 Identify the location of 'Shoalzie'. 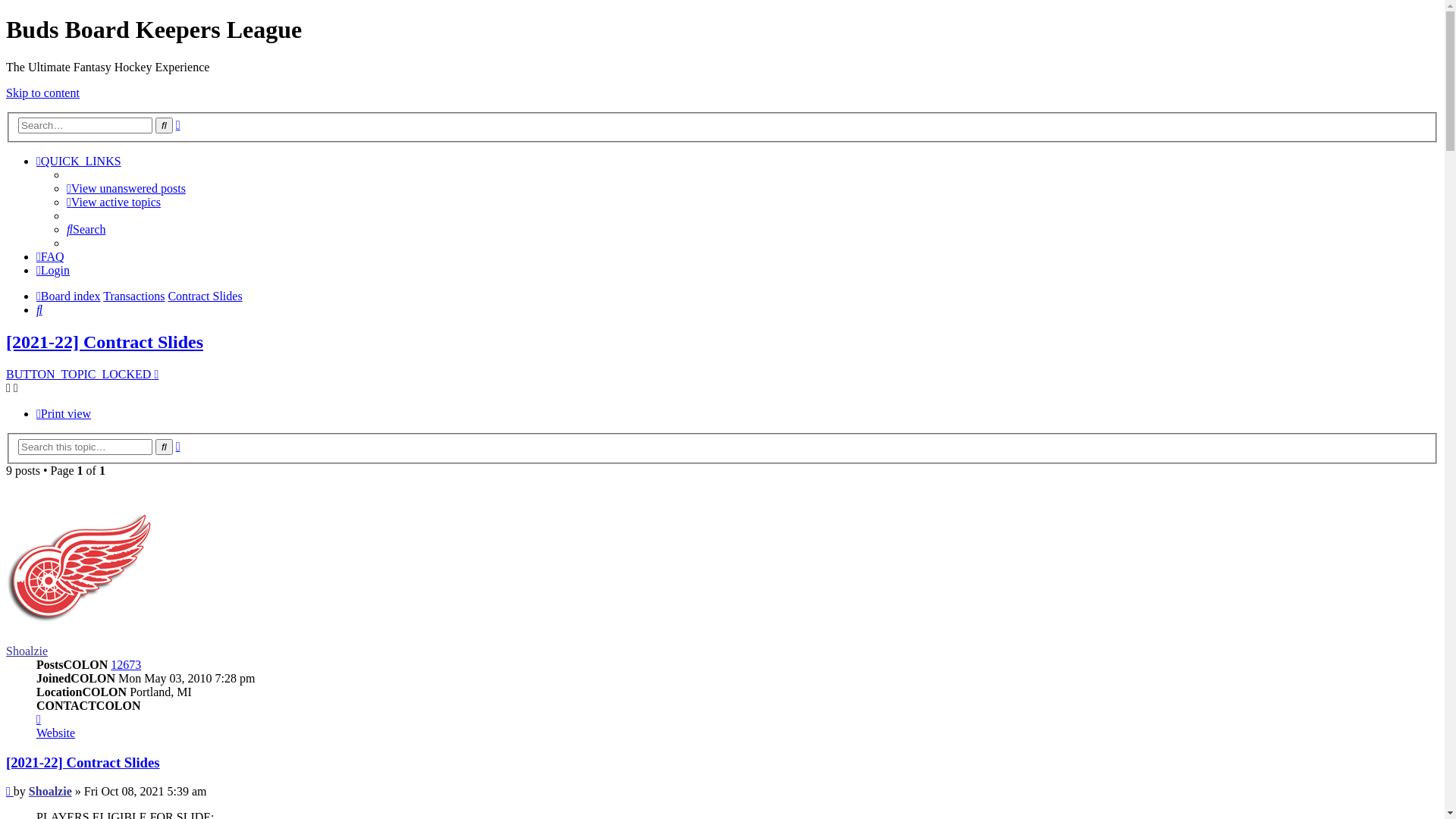
(27, 650).